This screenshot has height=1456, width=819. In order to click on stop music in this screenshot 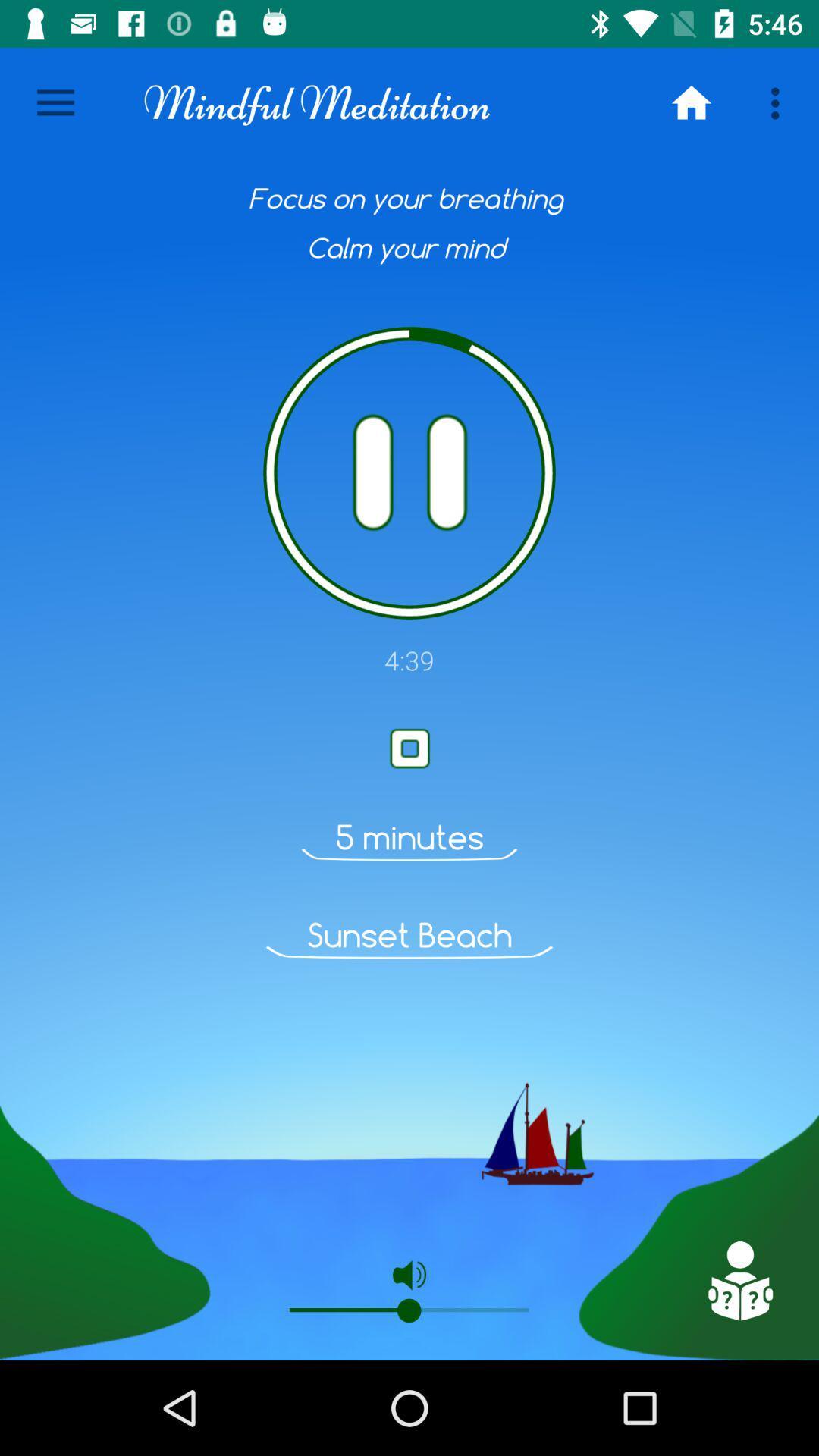, I will do `click(409, 748)`.